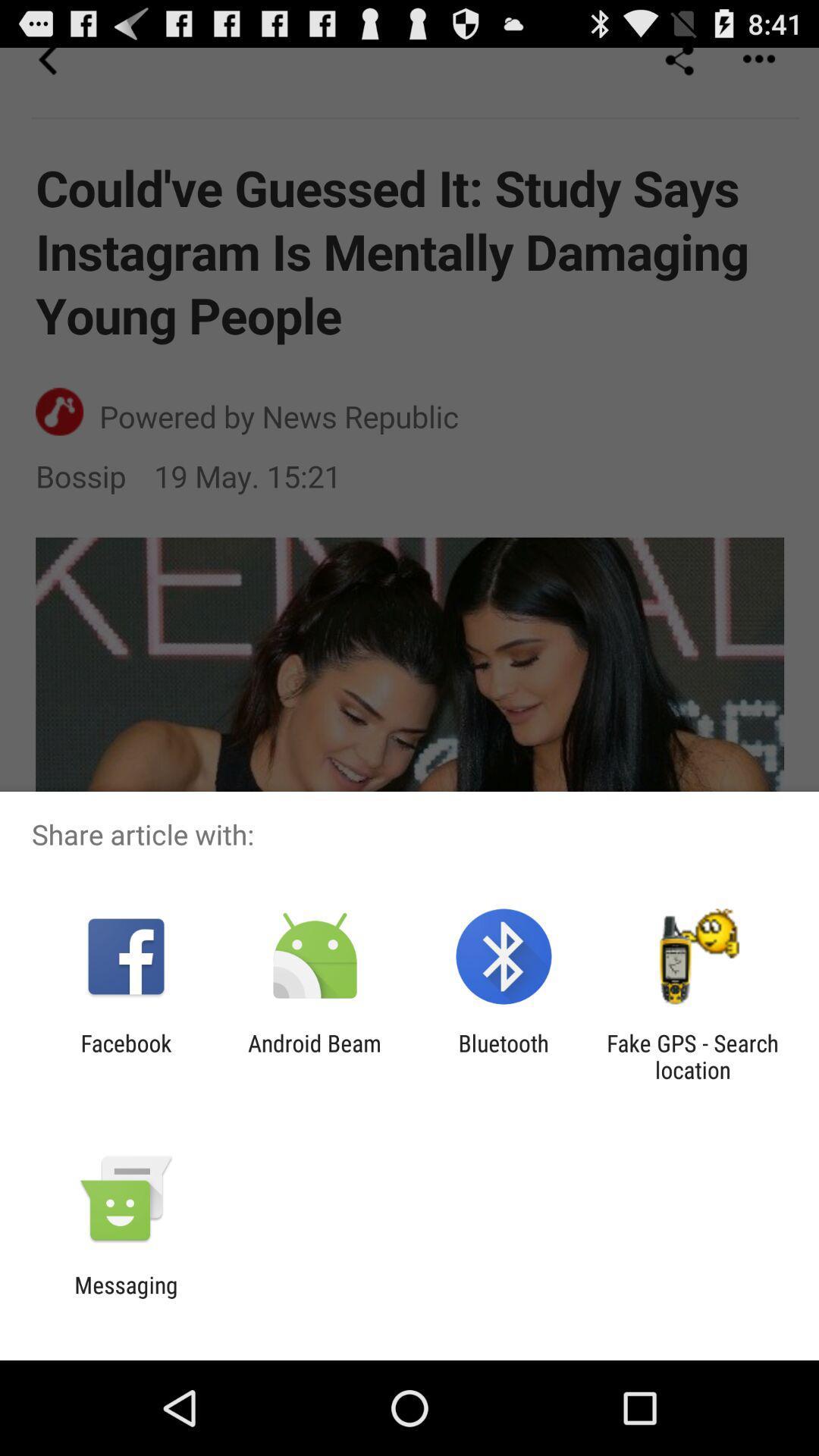 This screenshot has width=819, height=1456. Describe the element at coordinates (692, 1056) in the screenshot. I see `fake gps search app` at that location.